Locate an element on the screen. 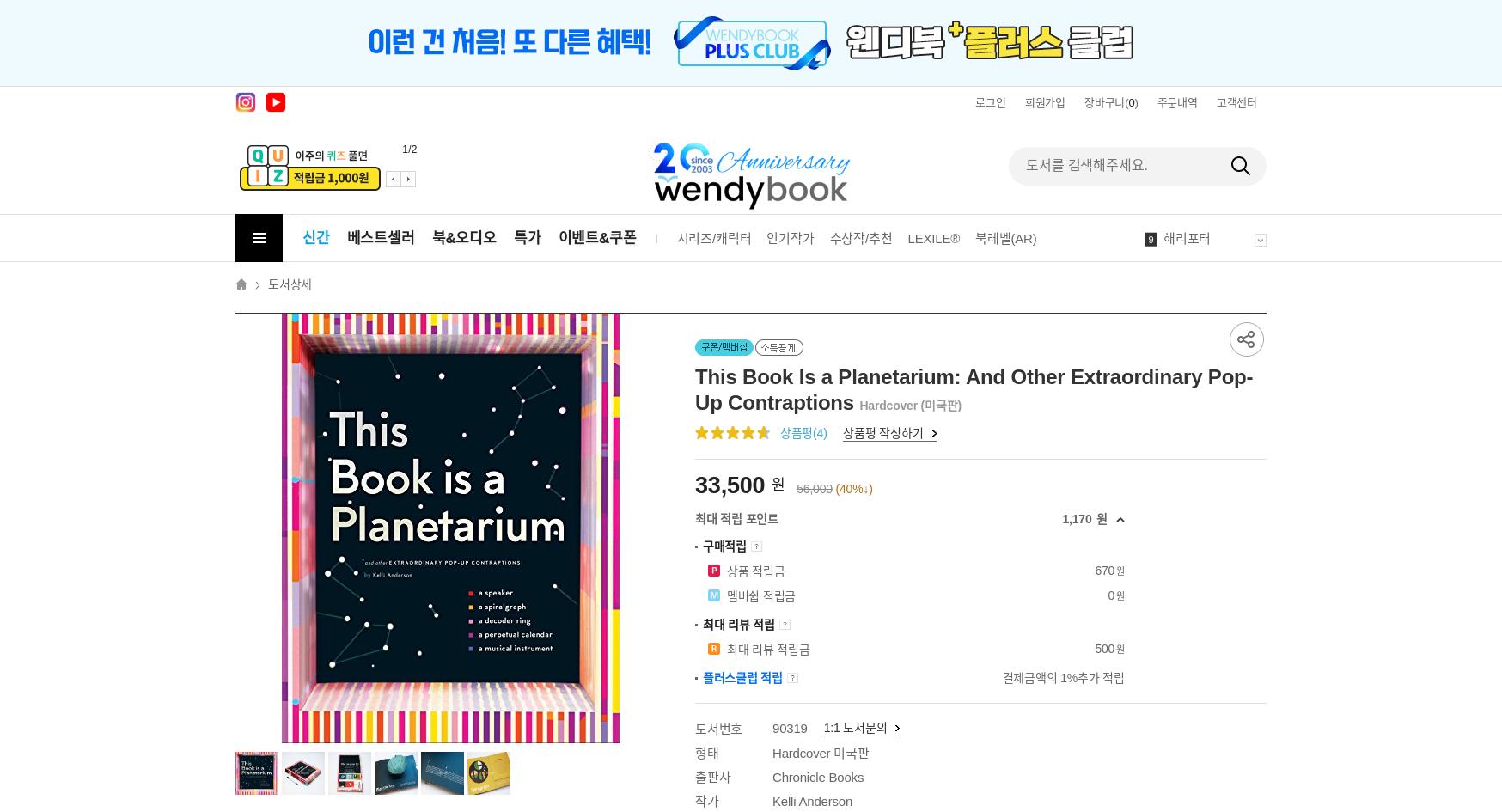 This screenshot has width=1502, height=812. 'LEXILE®' is located at coordinates (906, 238).